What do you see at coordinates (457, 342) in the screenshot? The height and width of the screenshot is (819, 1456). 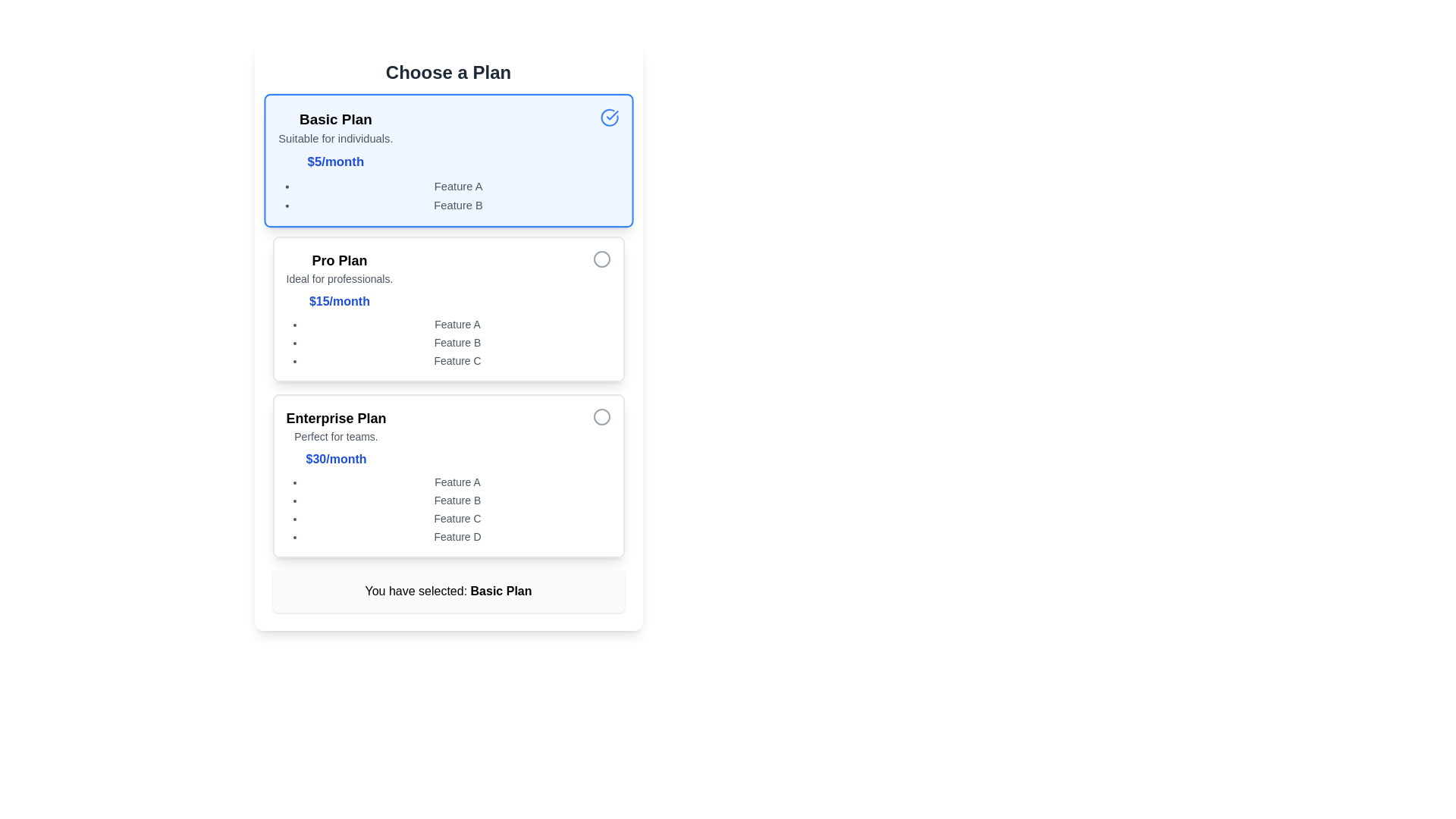 I see `descriptive label for the second feature in the 'Pro Plan' subscription tier, which is part of a vertically arranged bullet-point list within the 'Pro Plan' card` at bounding box center [457, 342].